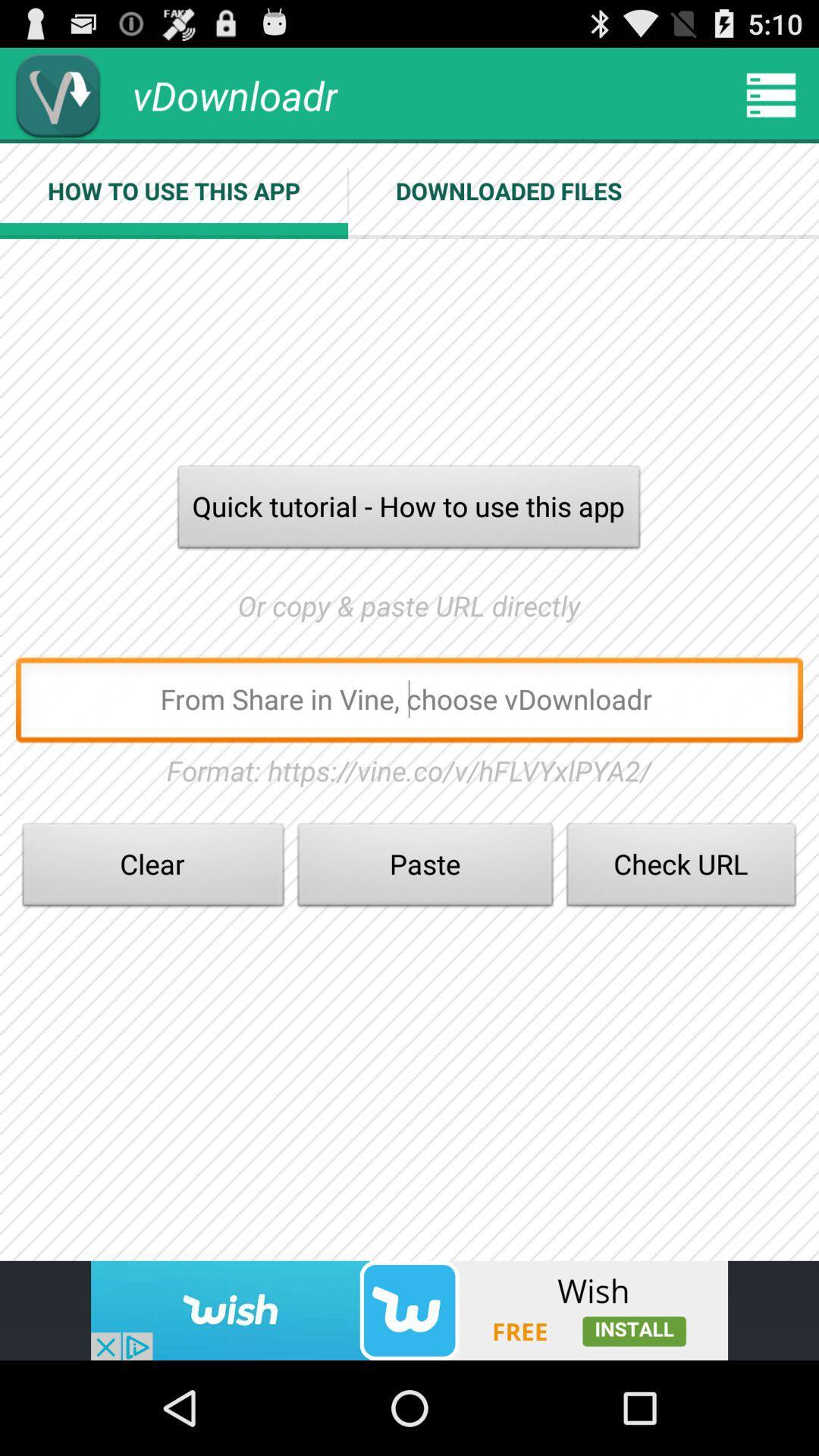  I want to click on visit sponsored advertisement 's site, so click(409, 1310).